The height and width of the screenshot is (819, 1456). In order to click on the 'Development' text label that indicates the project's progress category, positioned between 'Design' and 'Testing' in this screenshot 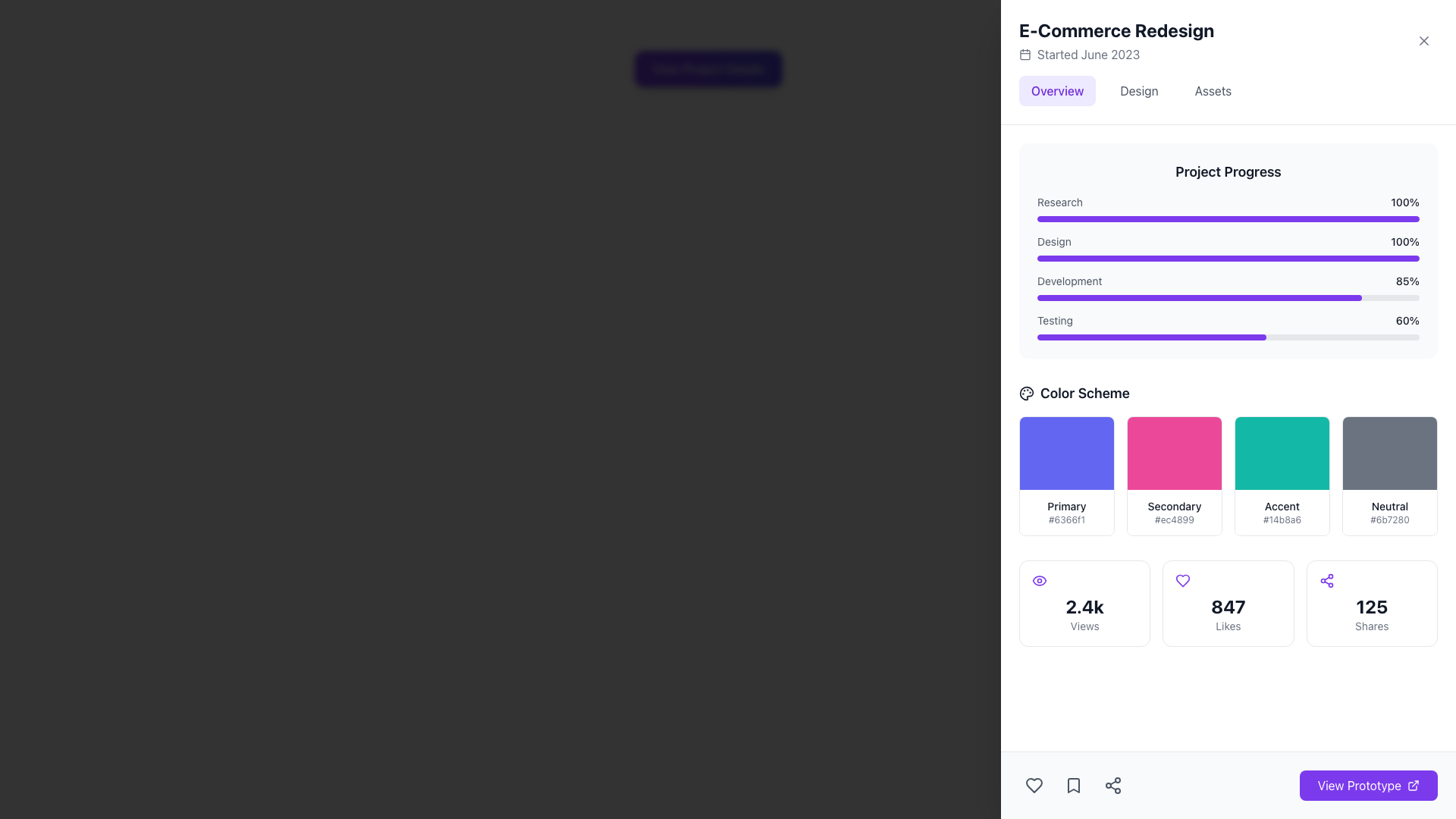, I will do `click(1068, 281)`.